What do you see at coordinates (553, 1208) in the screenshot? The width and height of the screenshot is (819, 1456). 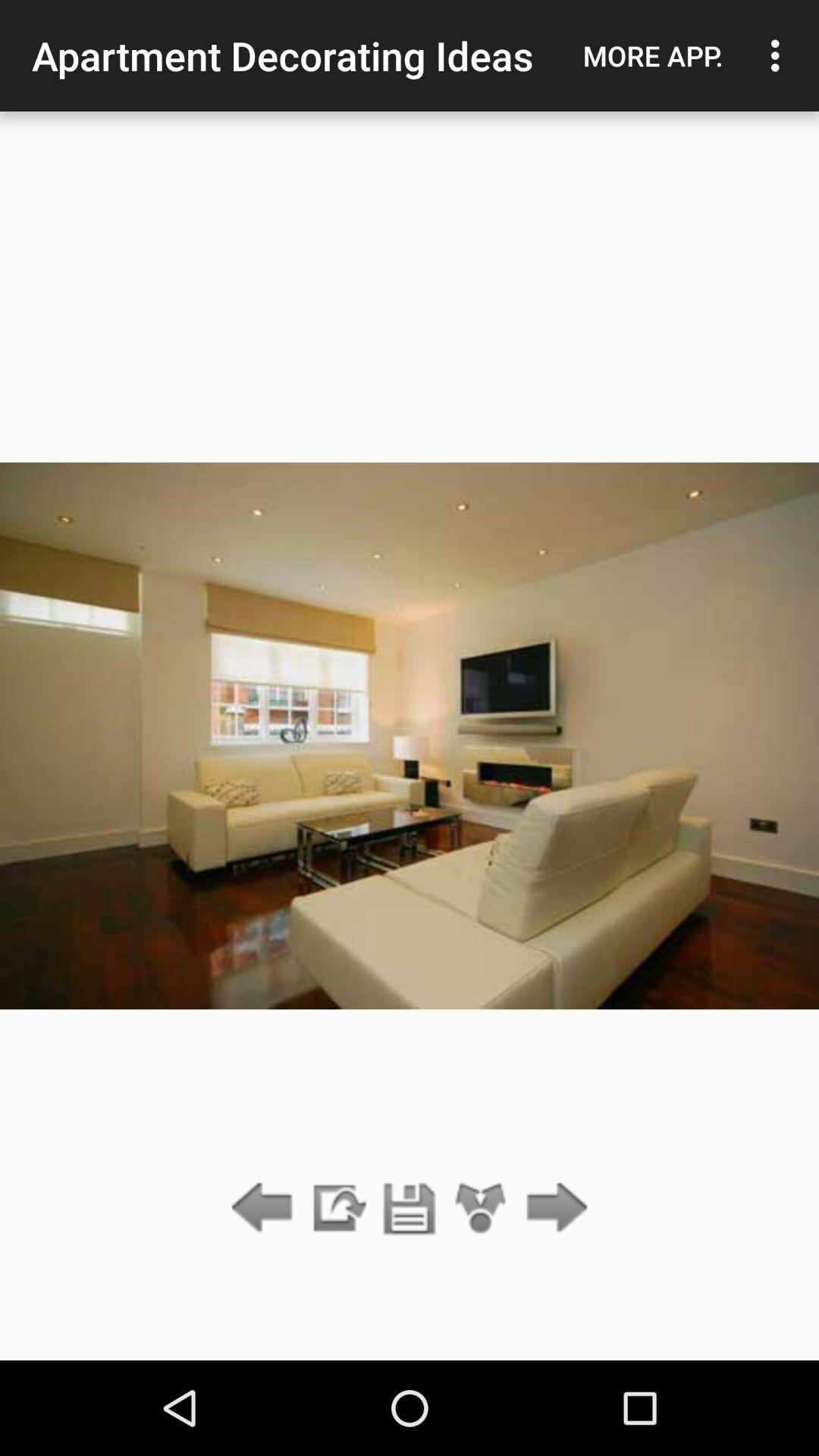 I see `the arrow_forward icon` at bounding box center [553, 1208].